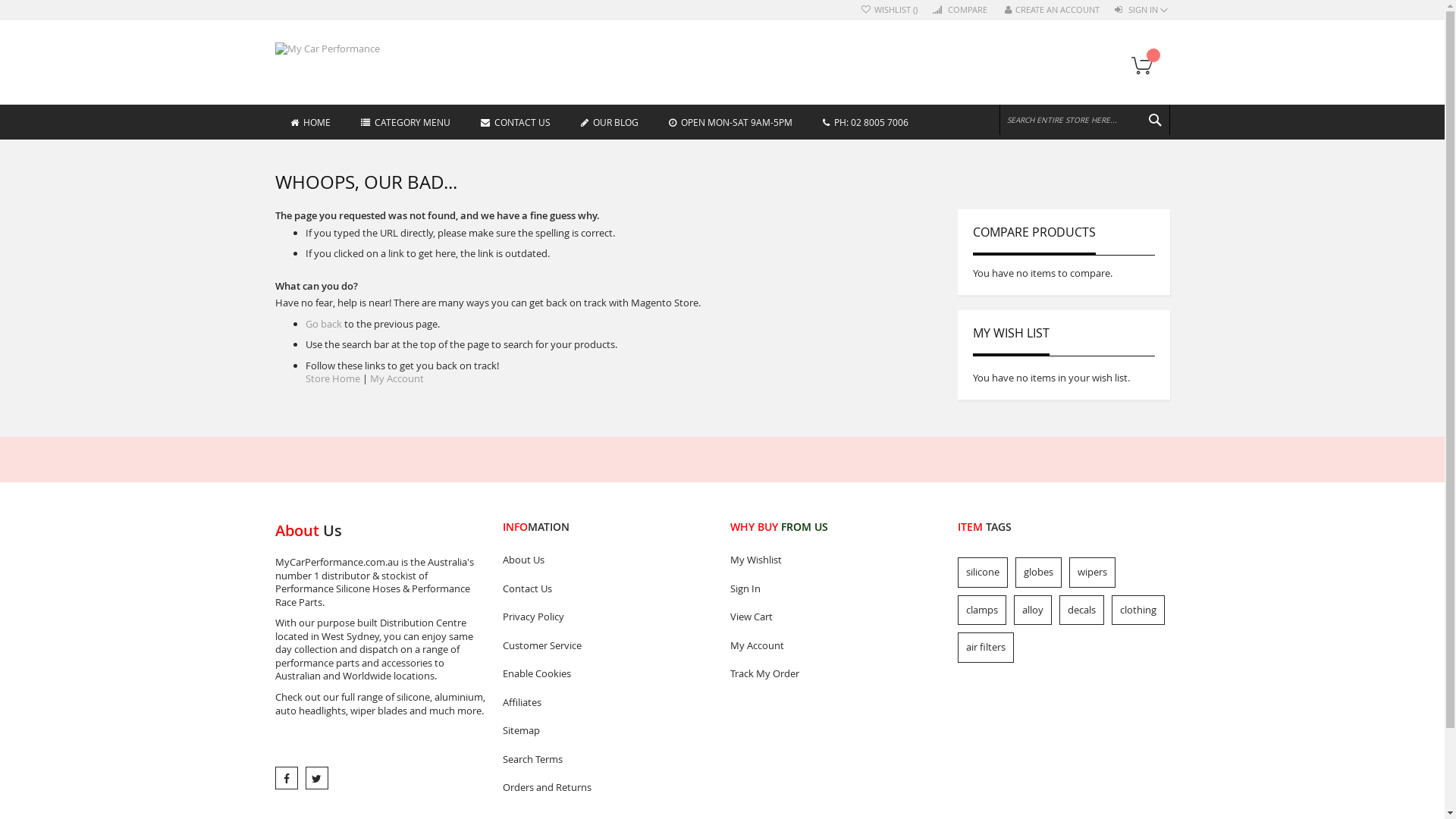  I want to click on 'Contact Us', so click(502, 588).